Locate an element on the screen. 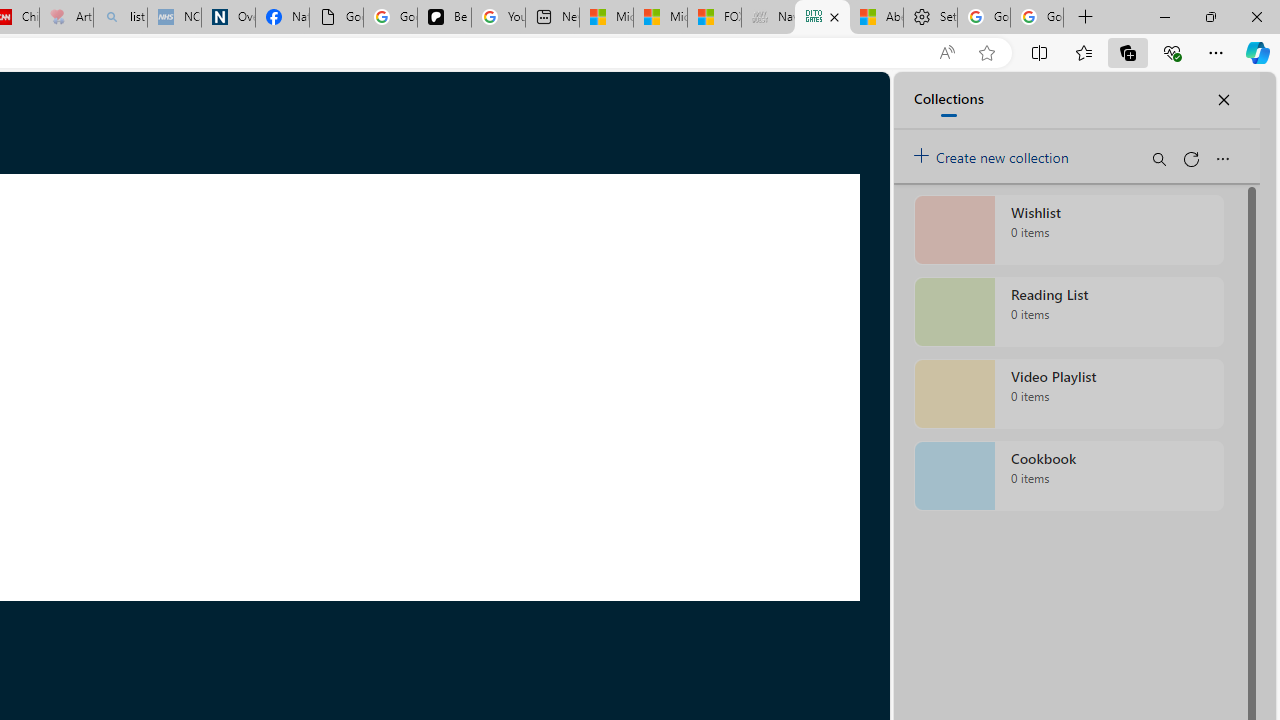  'Aberdeen, Hong Kong SAR hourly forecast | Microsoft Weather' is located at coordinates (876, 17).